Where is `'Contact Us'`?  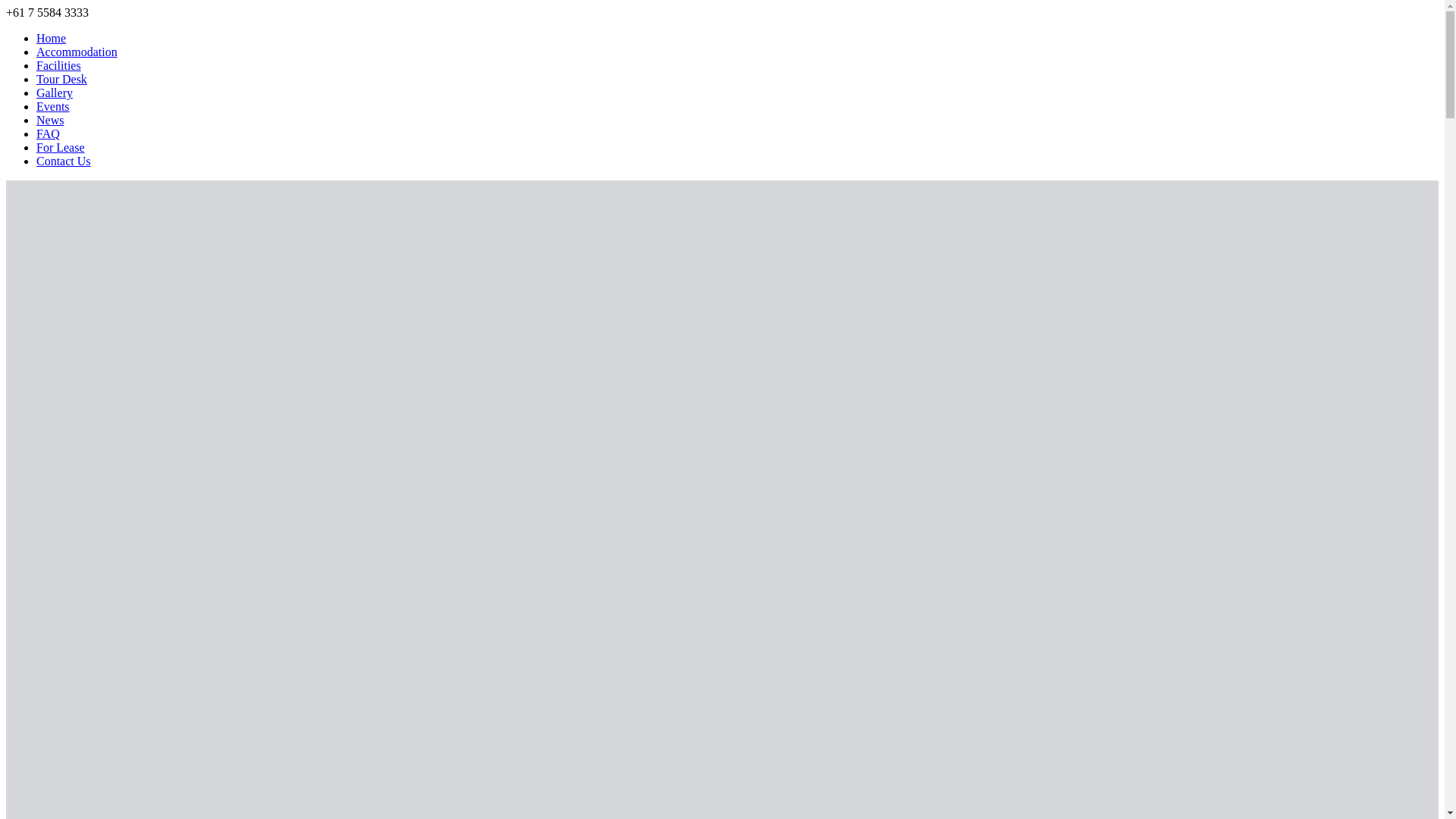
'Contact Us' is located at coordinates (62, 161).